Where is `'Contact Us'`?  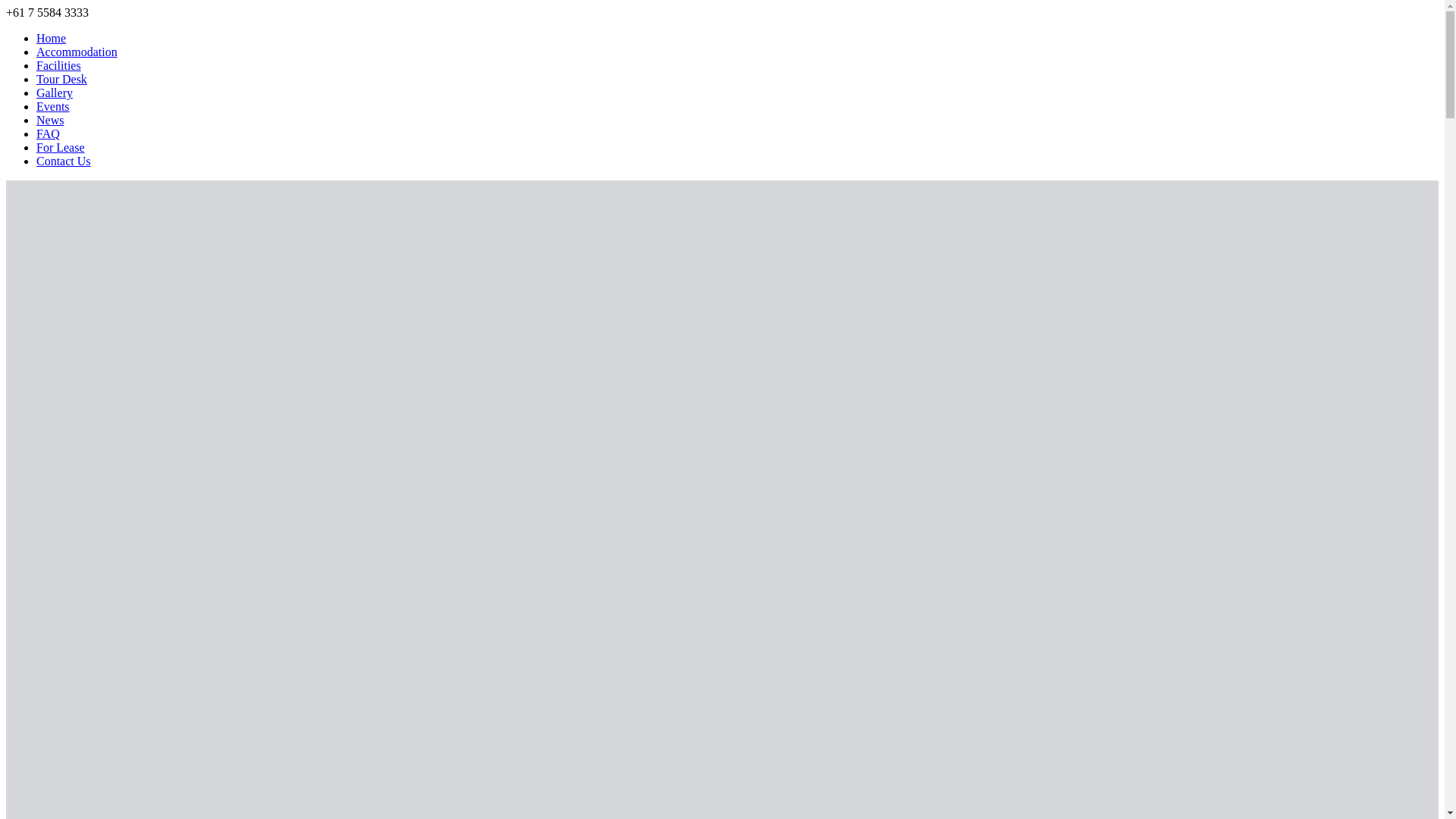
'Contact Us' is located at coordinates (62, 161).